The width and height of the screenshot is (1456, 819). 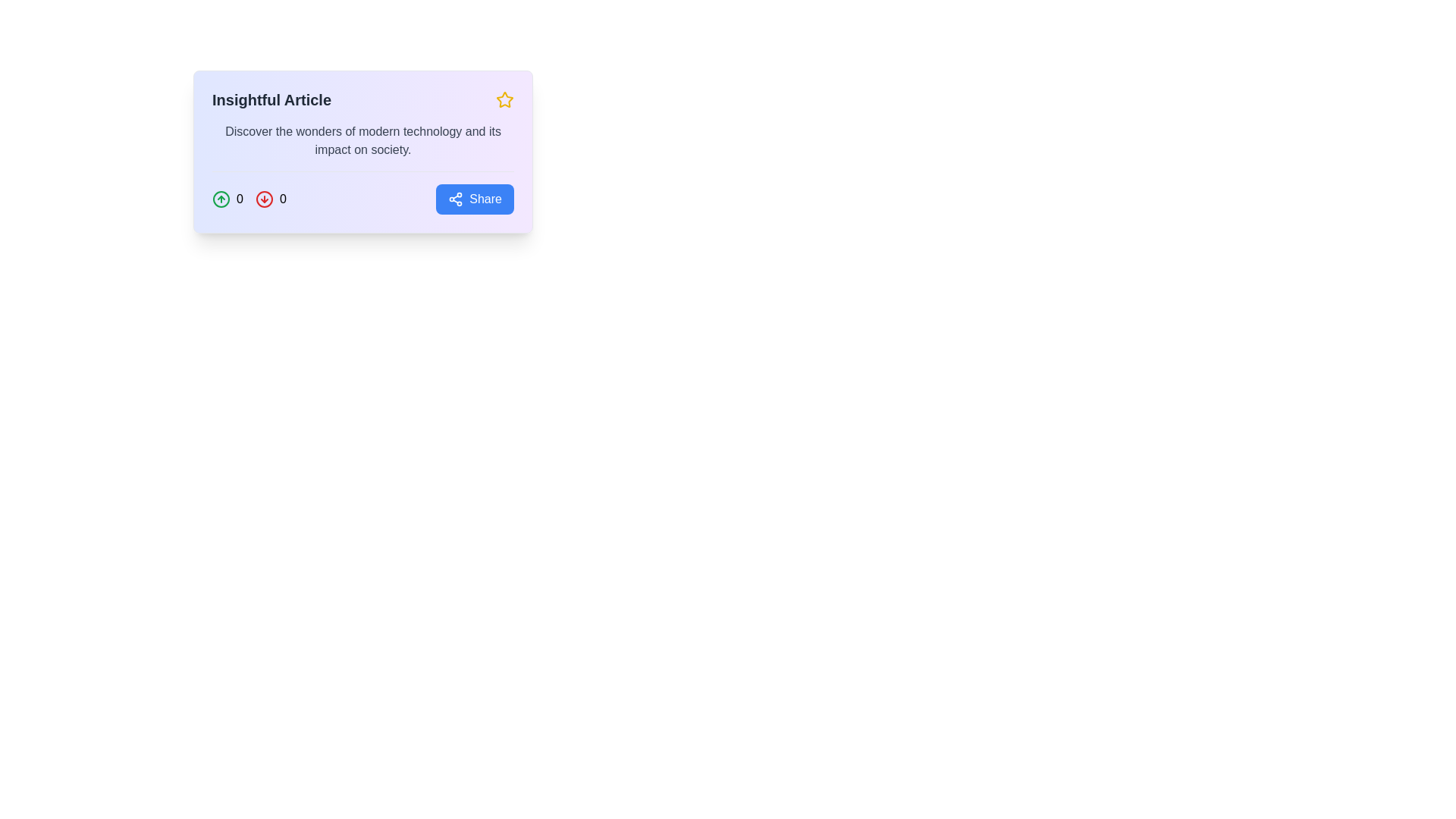 What do you see at coordinates (264, 198) in the screenshot?
I see `the downvote button, which is the second icon from the left, positioned between a green upward arrow and a numerical indicator reading '0', to register a downvote` at bounding box center [264, 198].